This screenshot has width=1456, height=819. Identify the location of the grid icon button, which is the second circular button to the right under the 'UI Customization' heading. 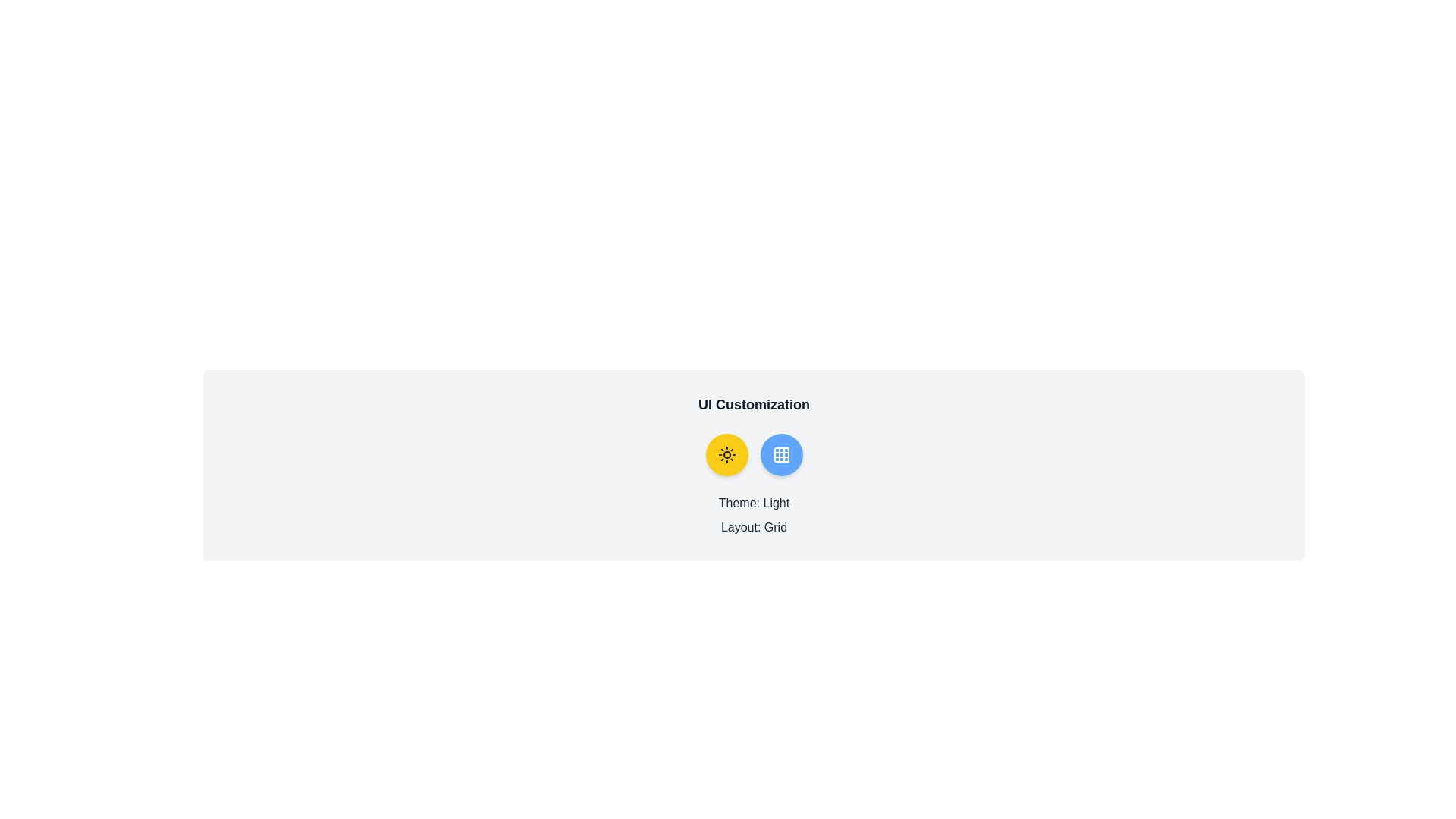
(781, 454).